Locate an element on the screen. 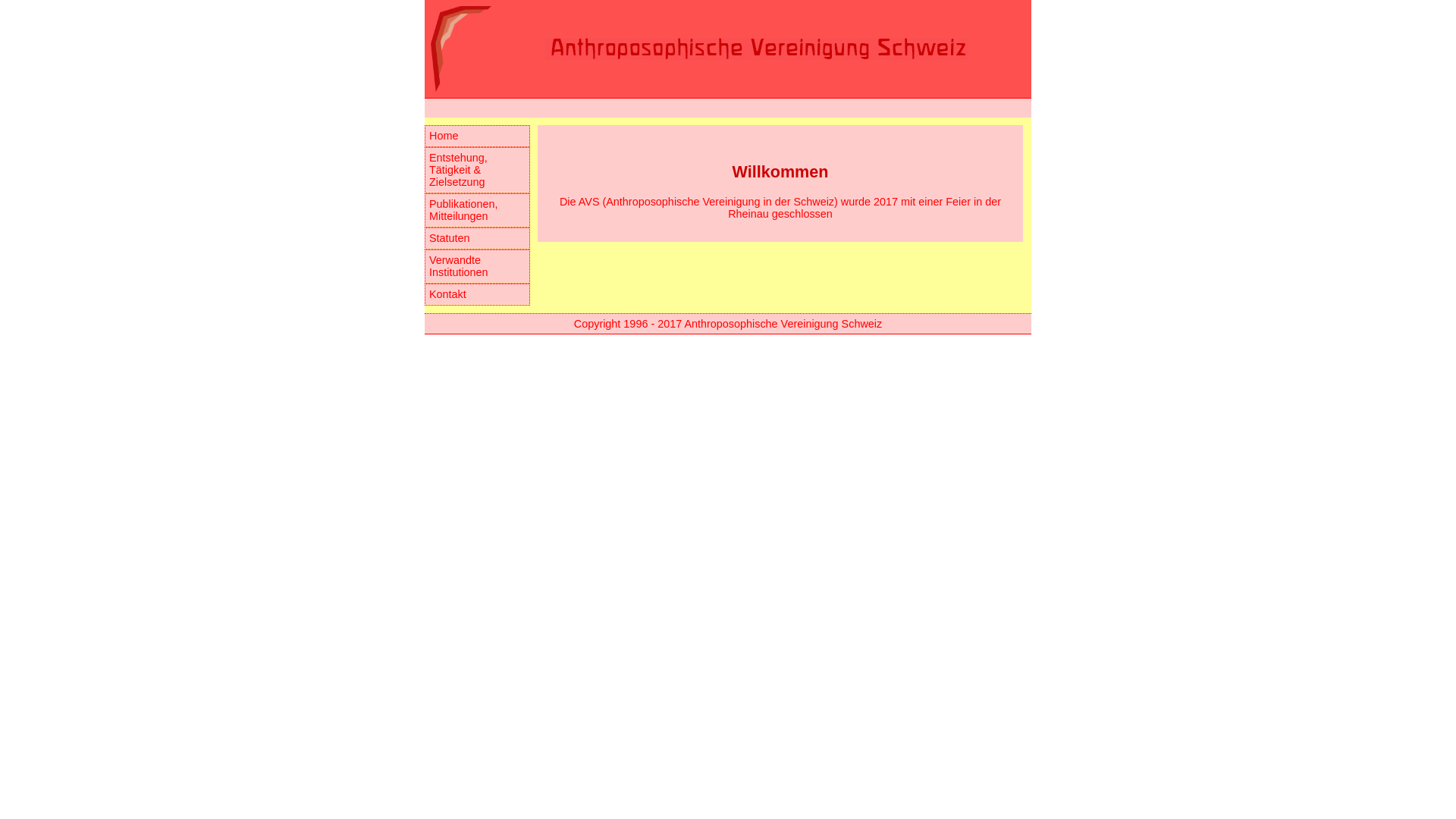 The image size is (1456, 819). 'Statuten' is located at coordinates (476, 238).